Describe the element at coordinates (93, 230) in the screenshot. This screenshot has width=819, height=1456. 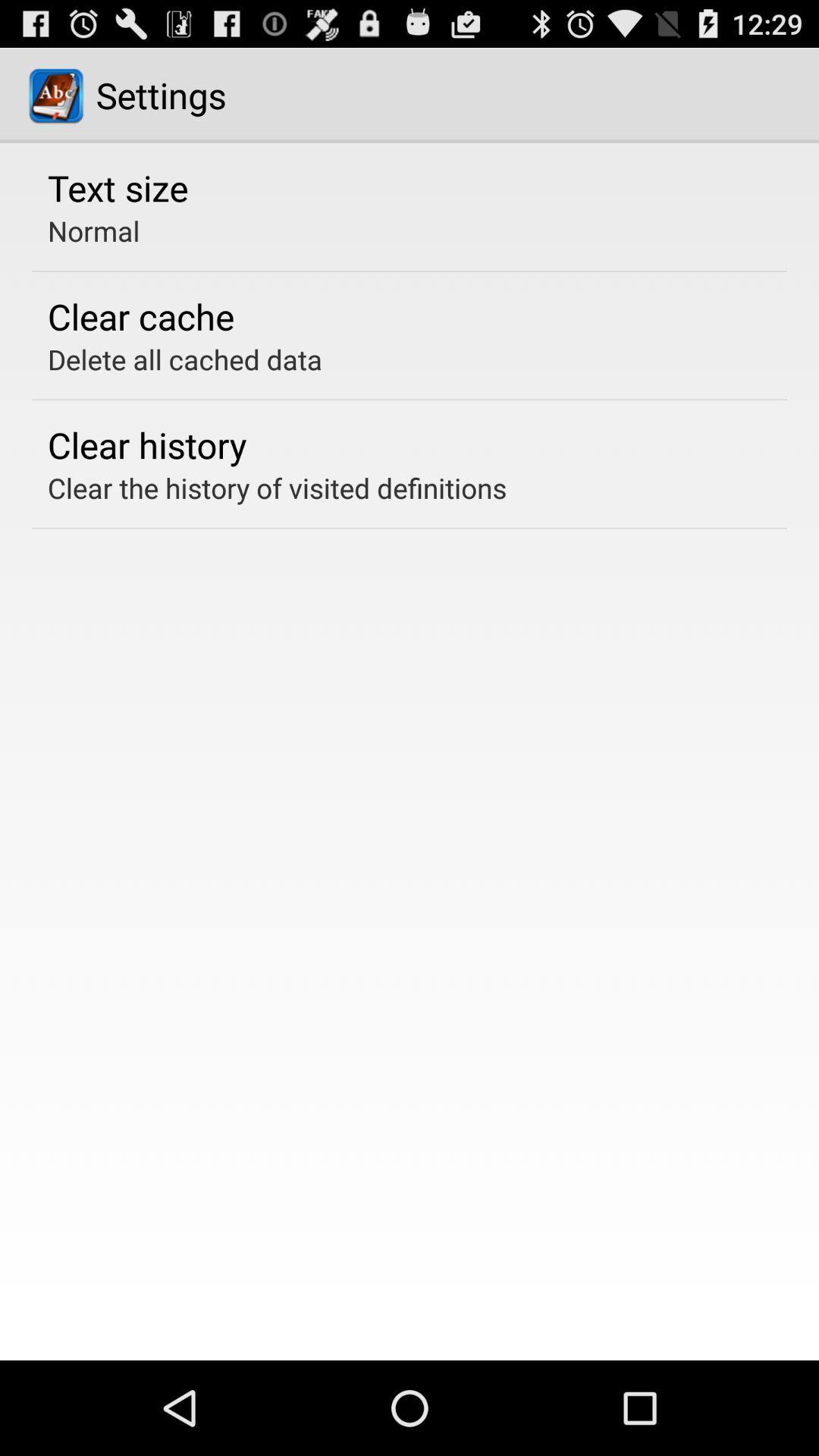
I see `the item below text size item` at that location.